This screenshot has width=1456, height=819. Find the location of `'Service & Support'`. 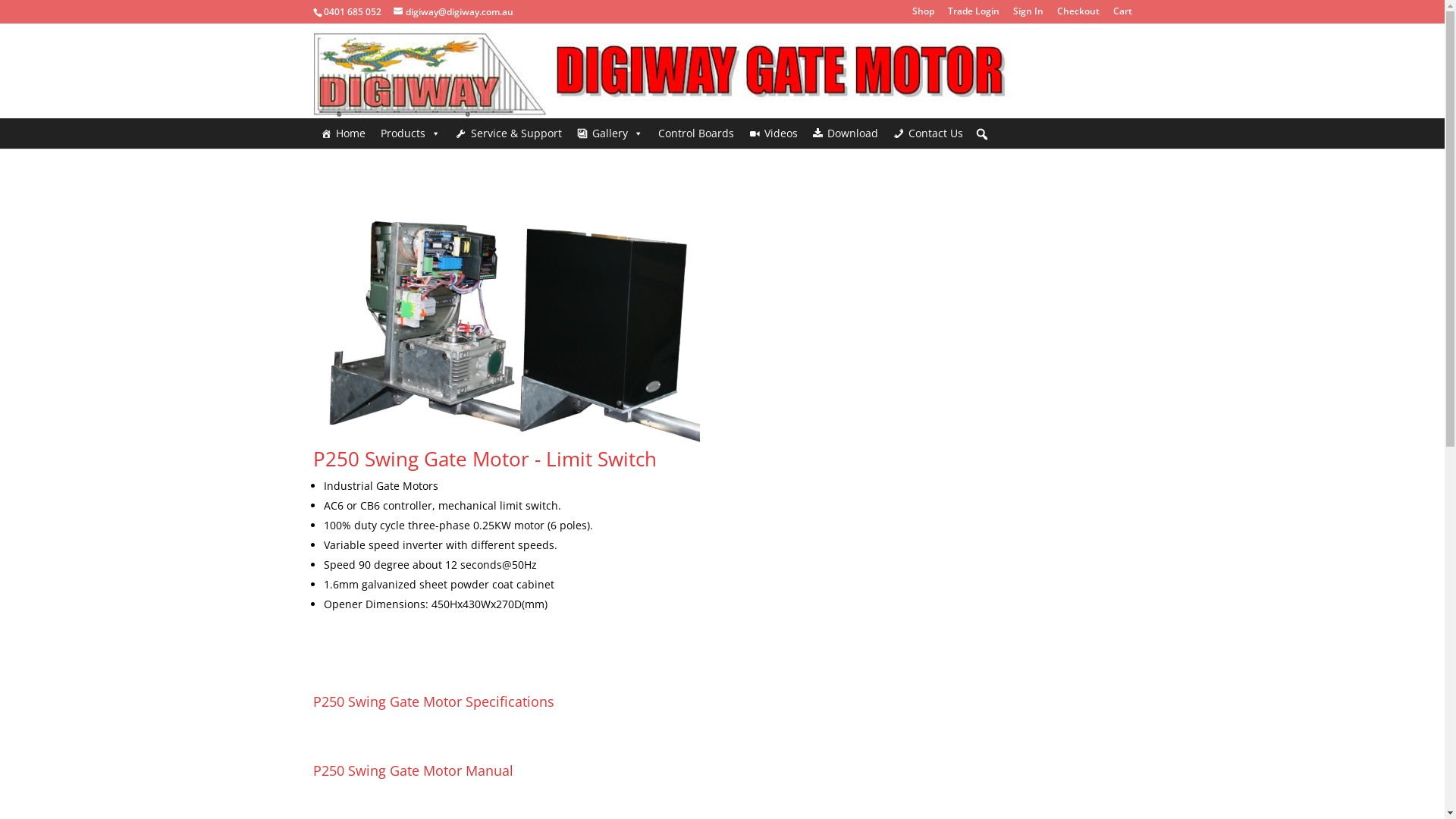

'Service & Support' is located at coordinates (508, 133).